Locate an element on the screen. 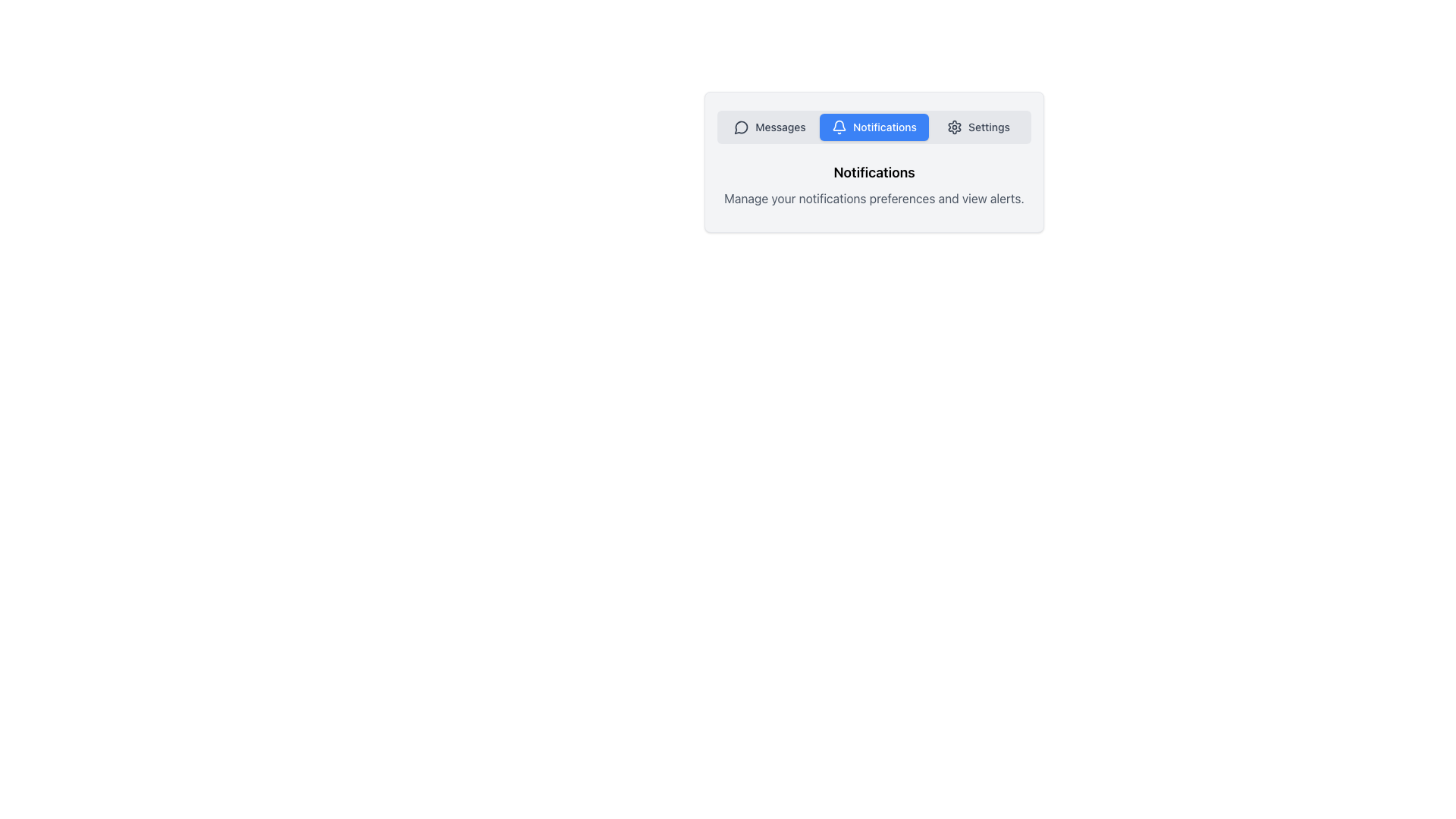 This screenshot has width=1456, height=819. the paragraph text stating 'Manage your notifications preferences and view alerts.' which is located directly beneath the 'Notifications' heading in the UI card is located at coordinates (874, 198).